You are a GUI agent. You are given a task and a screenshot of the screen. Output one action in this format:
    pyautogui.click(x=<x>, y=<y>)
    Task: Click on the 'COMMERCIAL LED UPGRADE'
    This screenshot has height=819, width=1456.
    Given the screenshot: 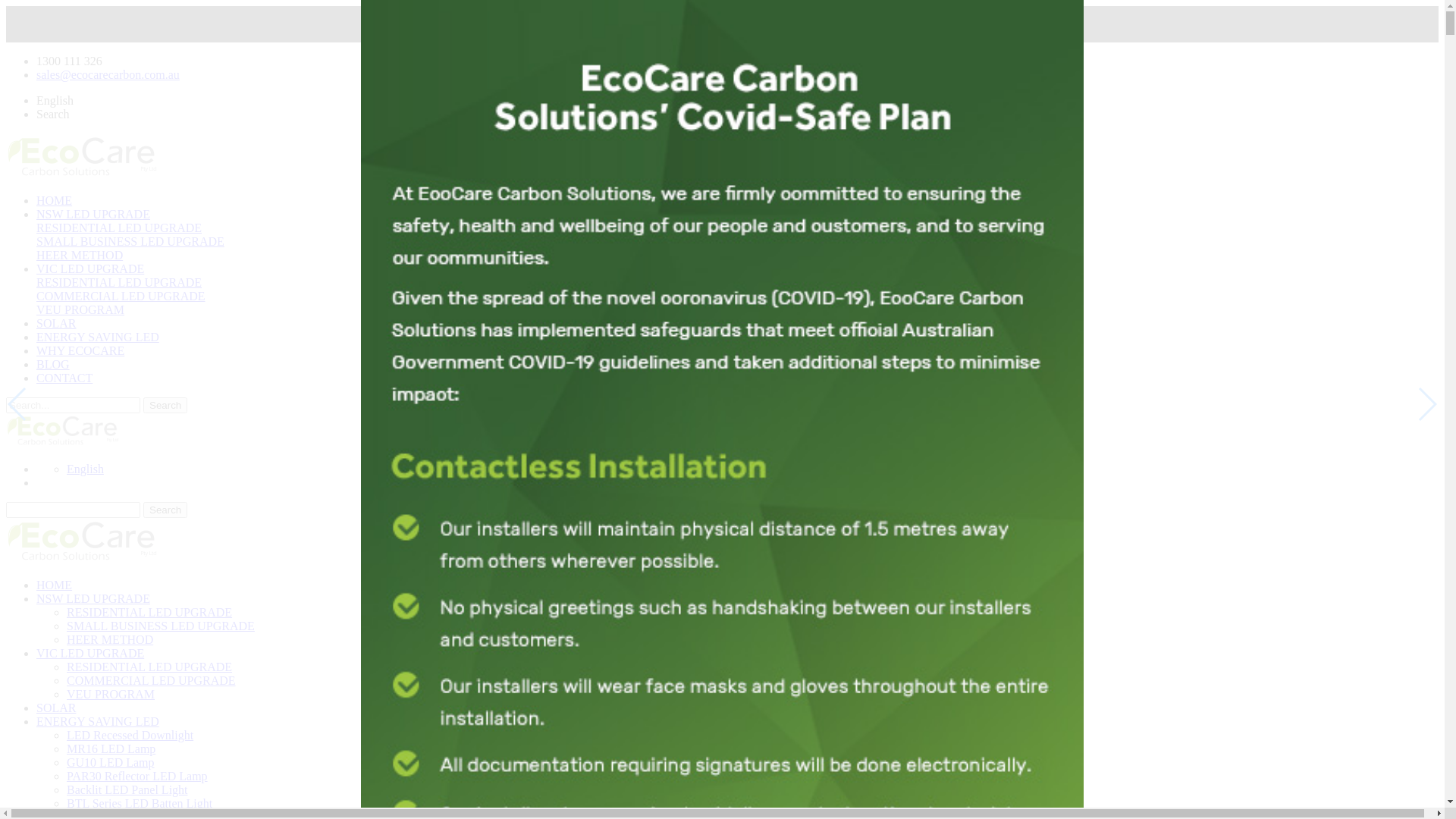 What is the action you would take?
    pyautogui.click(x=120, y=296)
    